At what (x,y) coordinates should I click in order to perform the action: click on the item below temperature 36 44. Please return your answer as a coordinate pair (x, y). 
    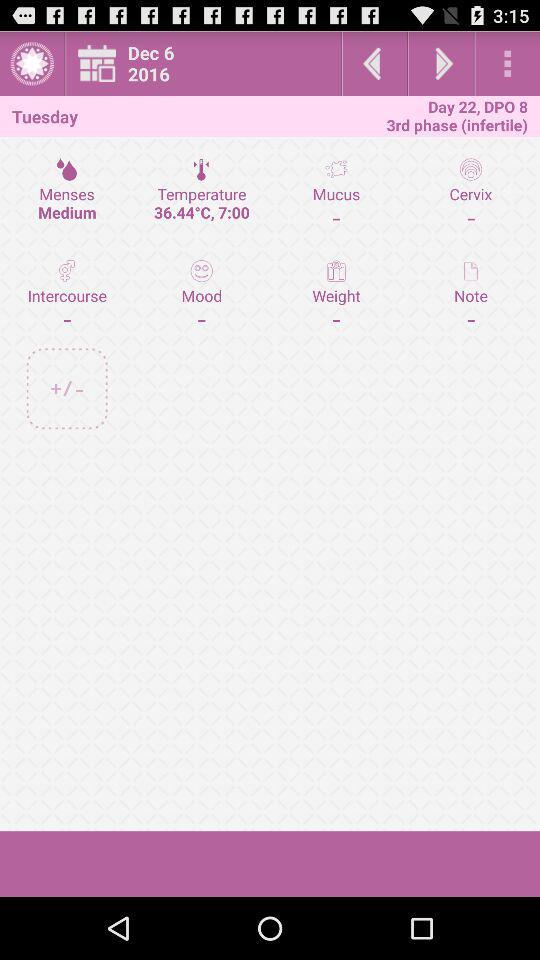
    Looking at the image, I should click on (336, 293).